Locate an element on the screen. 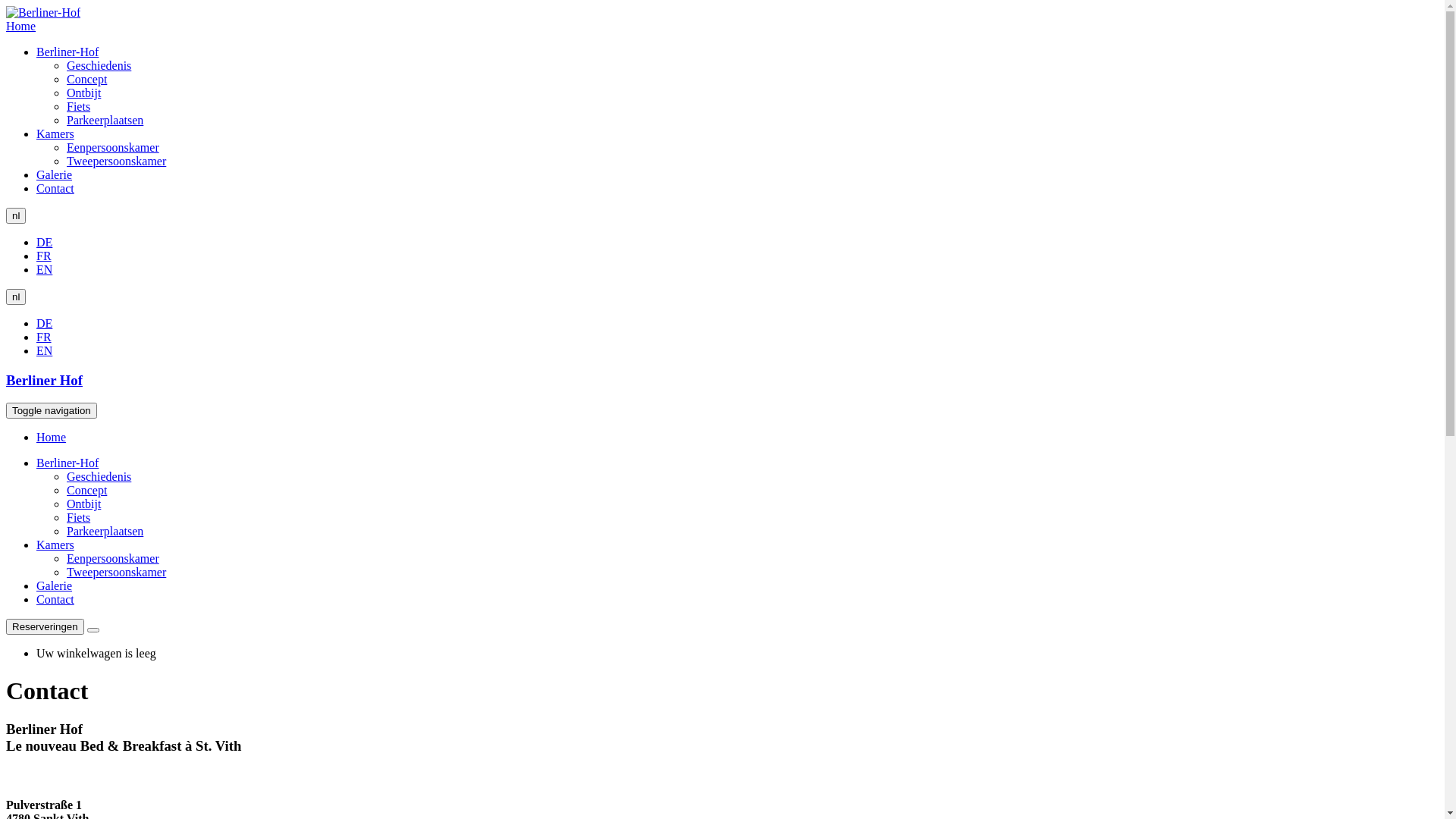 Image resolution: width=1456 pixels, height=819 pixels. 'Contact' is located at coordinates (36, 598).